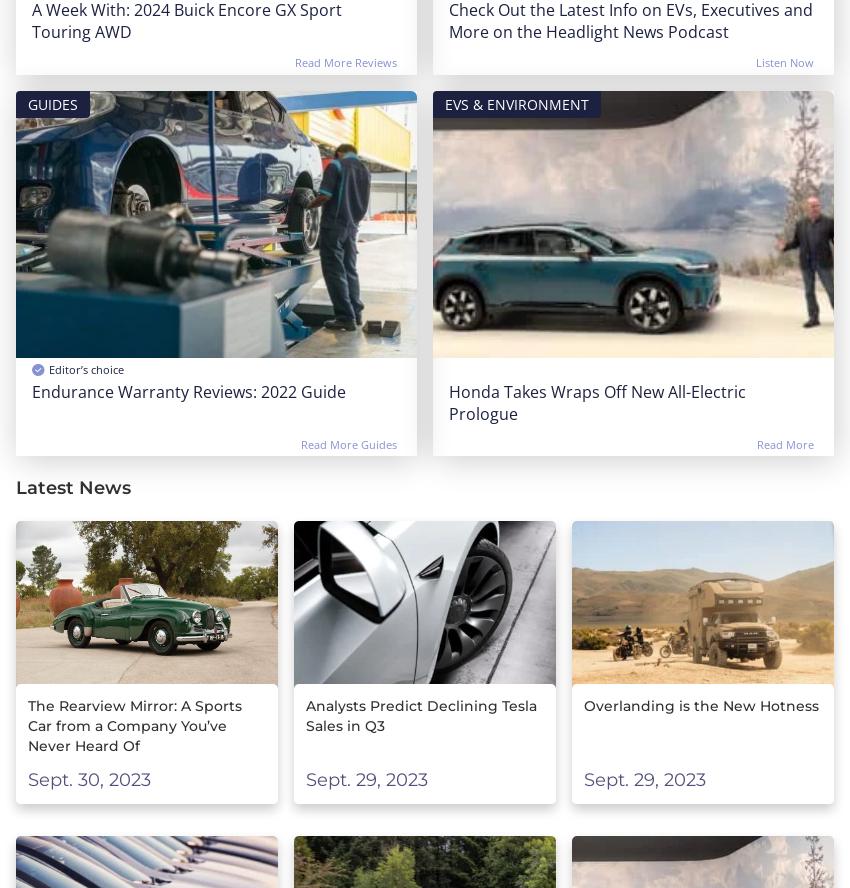 This screenshot has width=850, height=888. What do you see at coordinates (348, 444) in the screenshot?
I see `'Read More Guides'` at bounding box center [348, 444].